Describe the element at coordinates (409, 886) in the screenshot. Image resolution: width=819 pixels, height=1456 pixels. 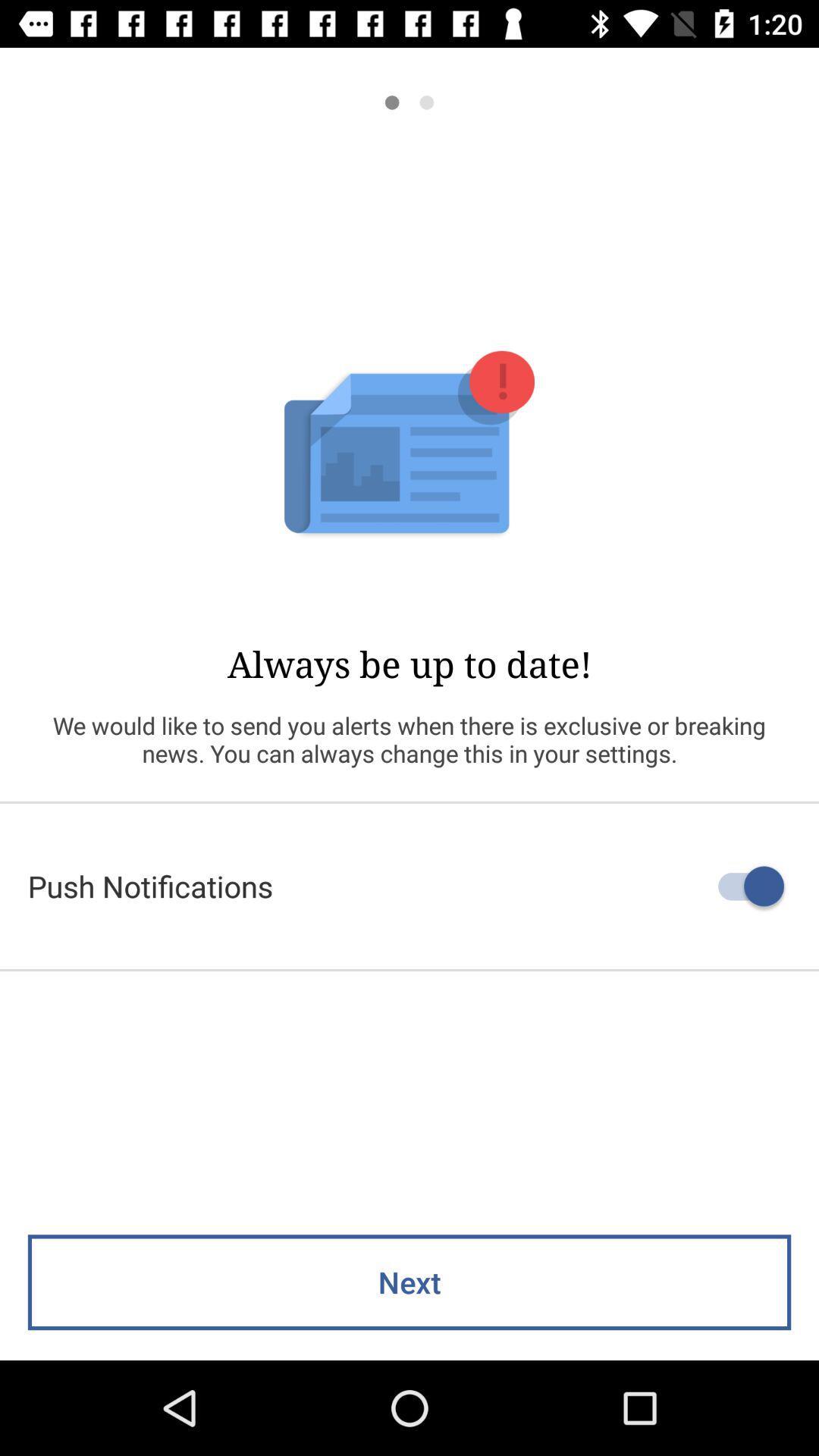
I see `the push notifications` at that location.